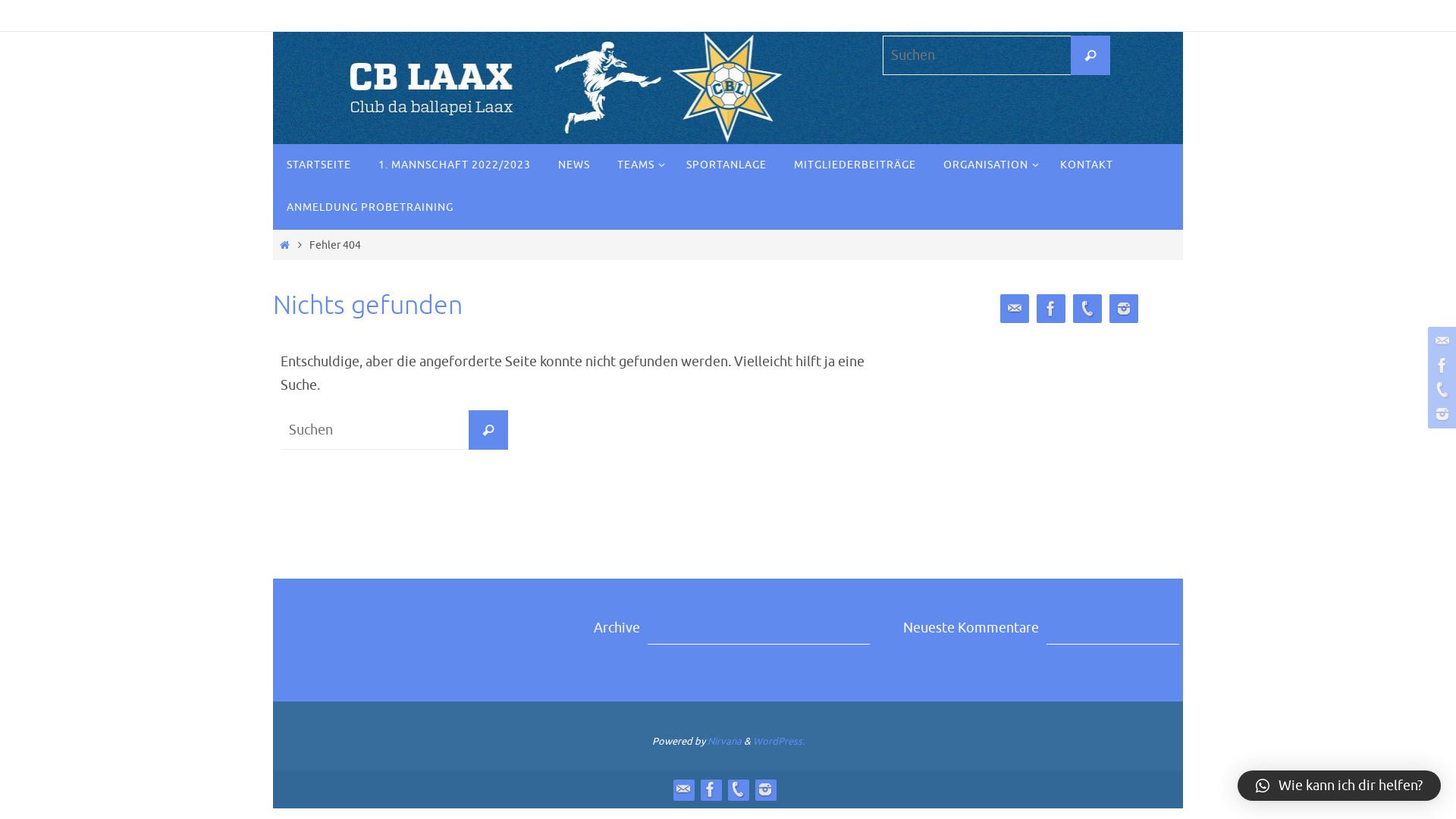  I want to click on 'Phone', so click(728, 789).